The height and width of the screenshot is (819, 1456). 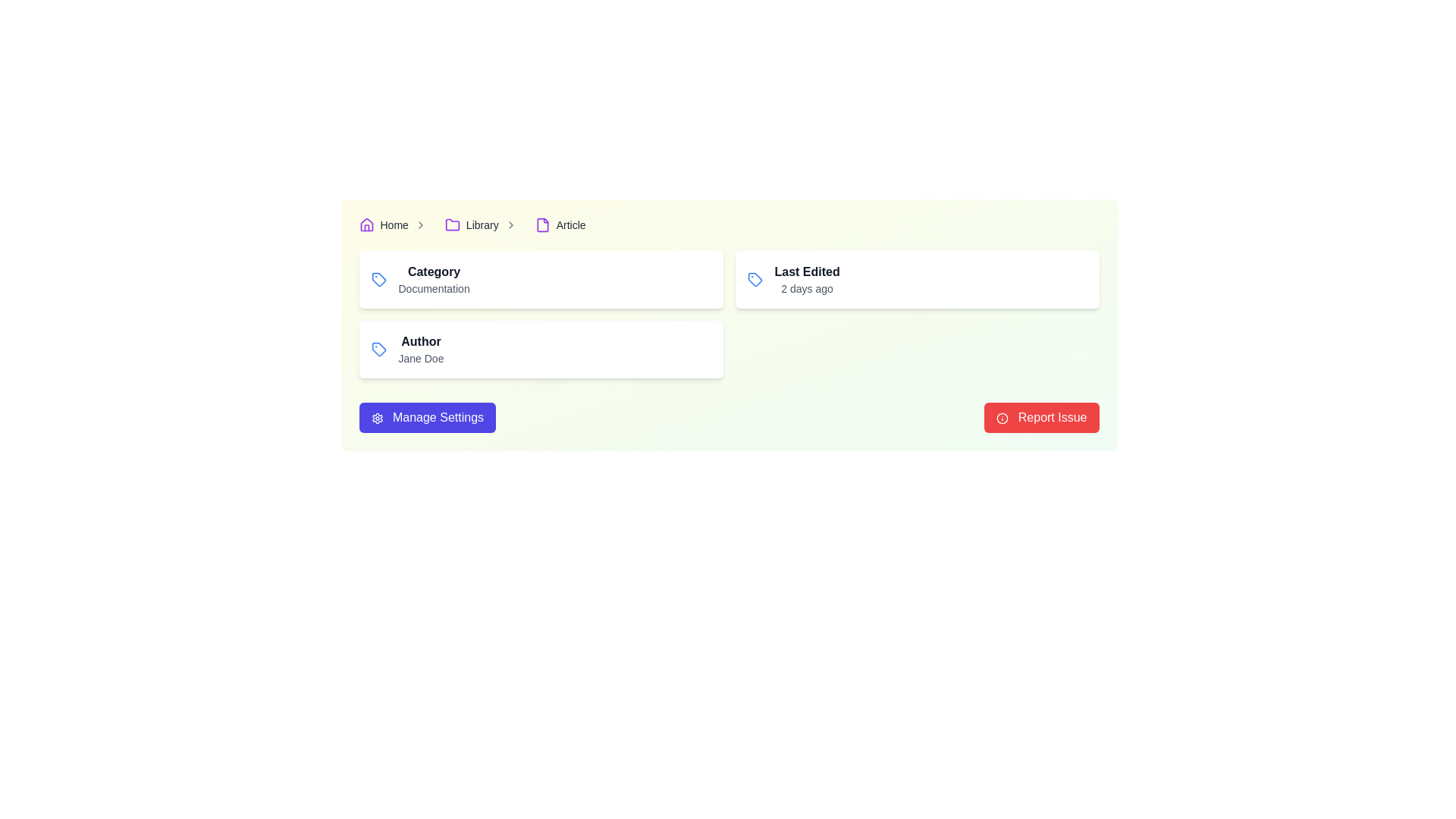 What do you see at coordinates (394, 225) in the screenshot?
I see `the hyperlink in the breadcrumb navigation bar that redirects users to the home page` at bounding box center [394, 225].